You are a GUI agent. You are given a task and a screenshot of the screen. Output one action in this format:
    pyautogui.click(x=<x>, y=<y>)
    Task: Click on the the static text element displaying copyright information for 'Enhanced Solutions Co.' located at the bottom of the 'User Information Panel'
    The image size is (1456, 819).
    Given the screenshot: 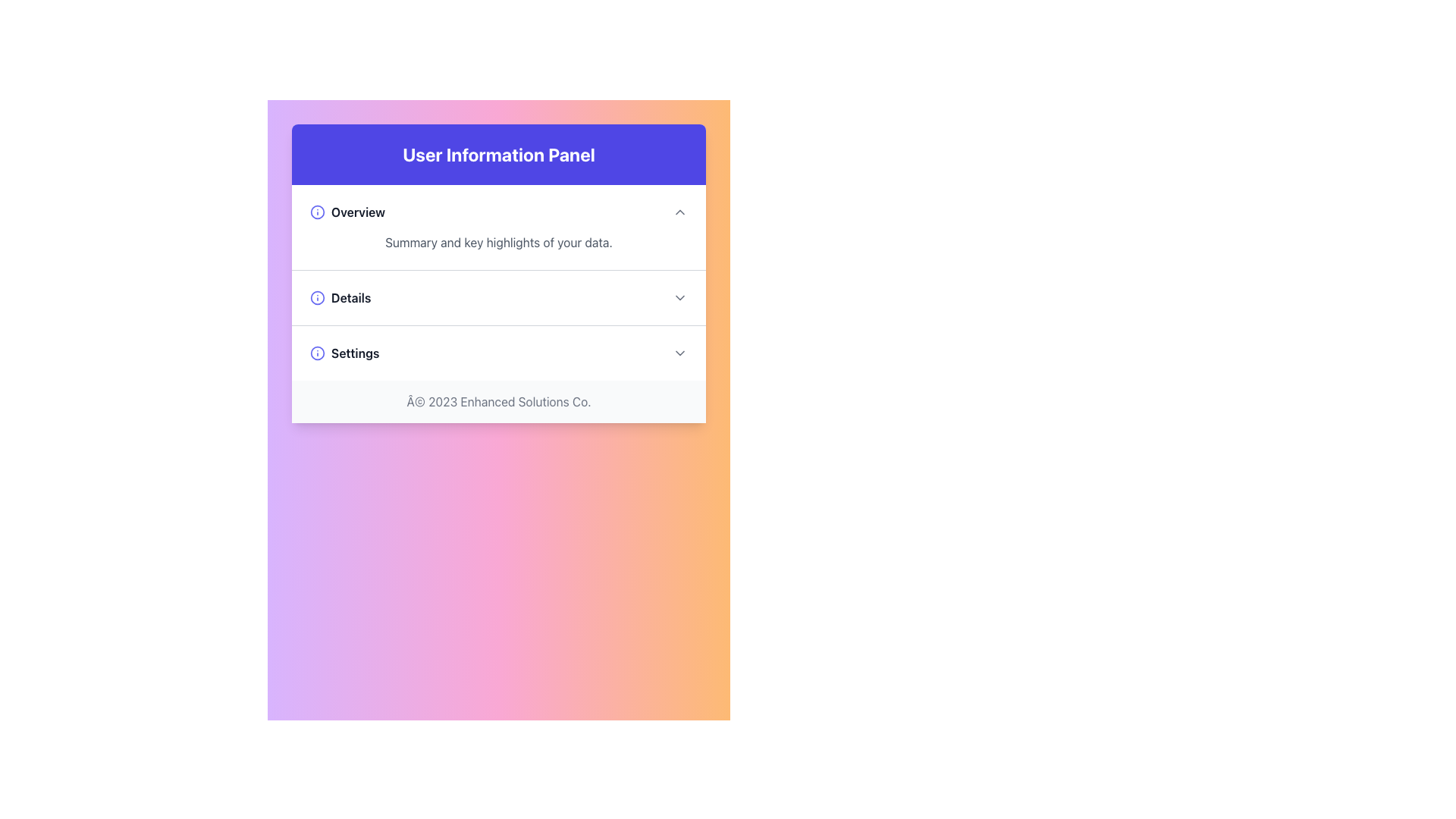 What is the action you would take?
    pyautogui.click(x=498, y=400)
    